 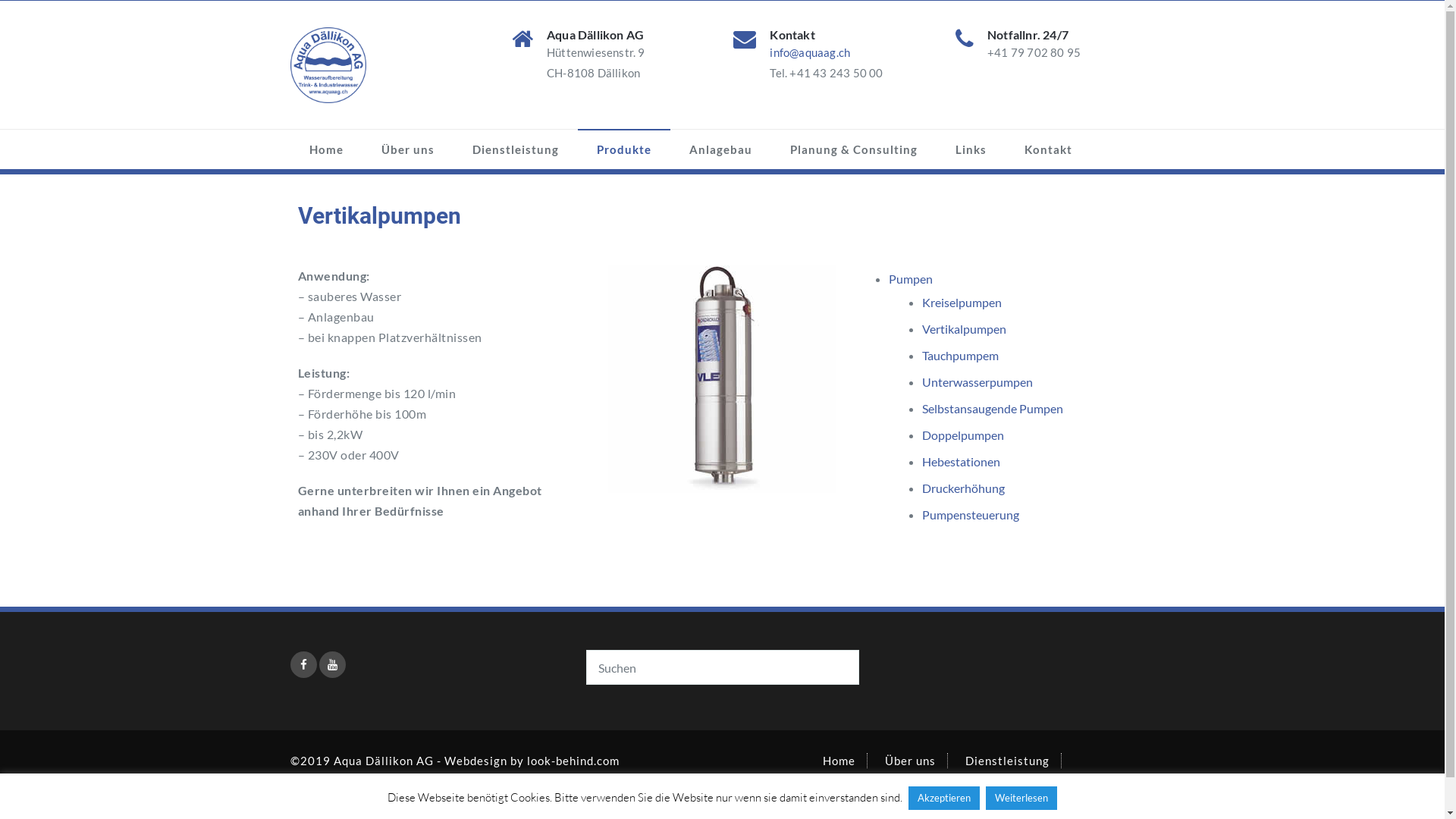 I want to click on 'Planung & Consulting', so click(x=852, y=149).